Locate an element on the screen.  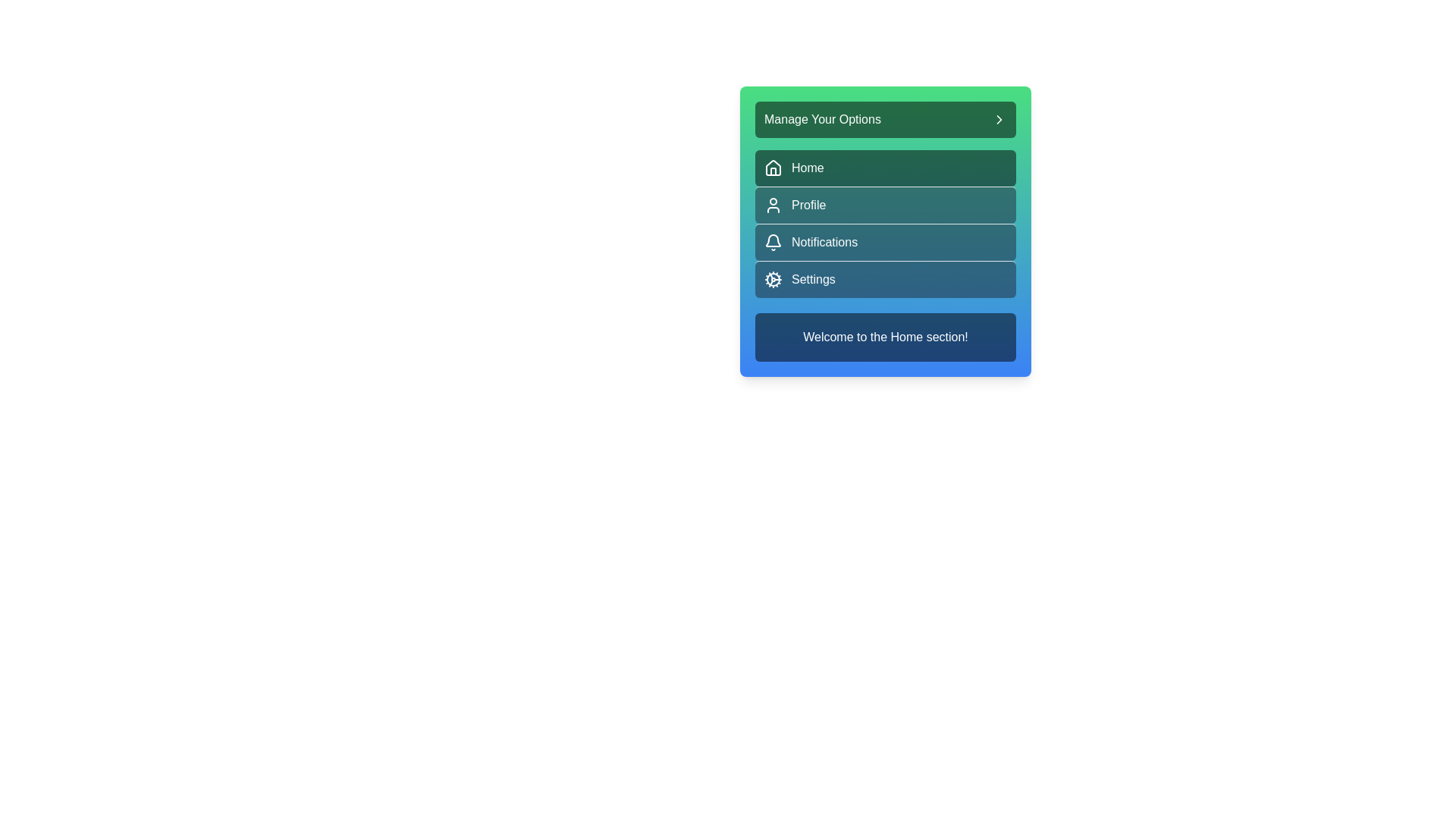
the Notifications menu item, which is the third option in a vertical list situated between 'Profile' and 'Settings' is located at coordinates (885, 231).